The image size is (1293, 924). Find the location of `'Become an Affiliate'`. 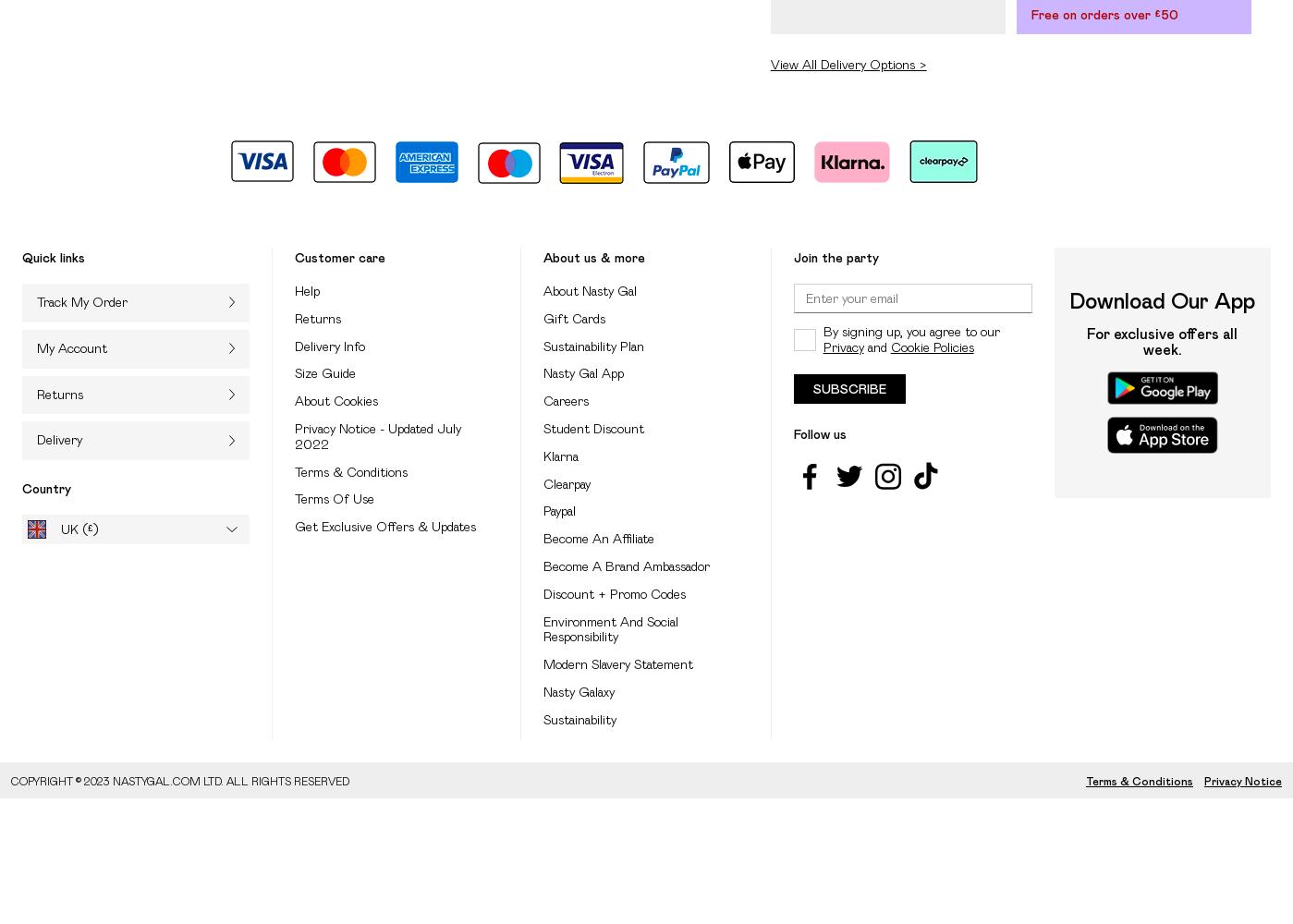

'Become an Affiliate' is located at coordinates (543, 538).